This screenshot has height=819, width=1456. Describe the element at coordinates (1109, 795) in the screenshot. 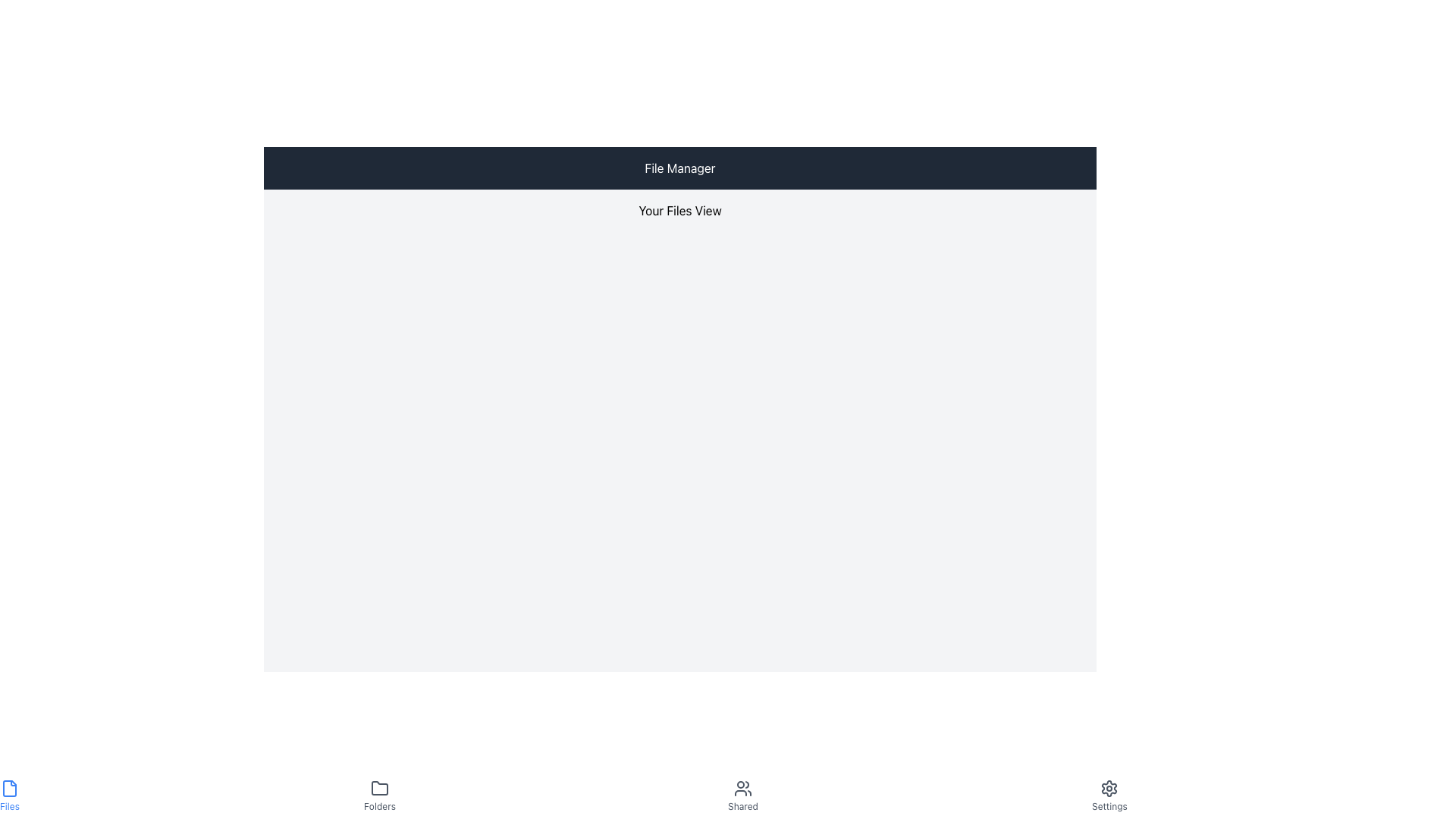

I see `the settings button located at the bottom-right corner of the interface` at that location.